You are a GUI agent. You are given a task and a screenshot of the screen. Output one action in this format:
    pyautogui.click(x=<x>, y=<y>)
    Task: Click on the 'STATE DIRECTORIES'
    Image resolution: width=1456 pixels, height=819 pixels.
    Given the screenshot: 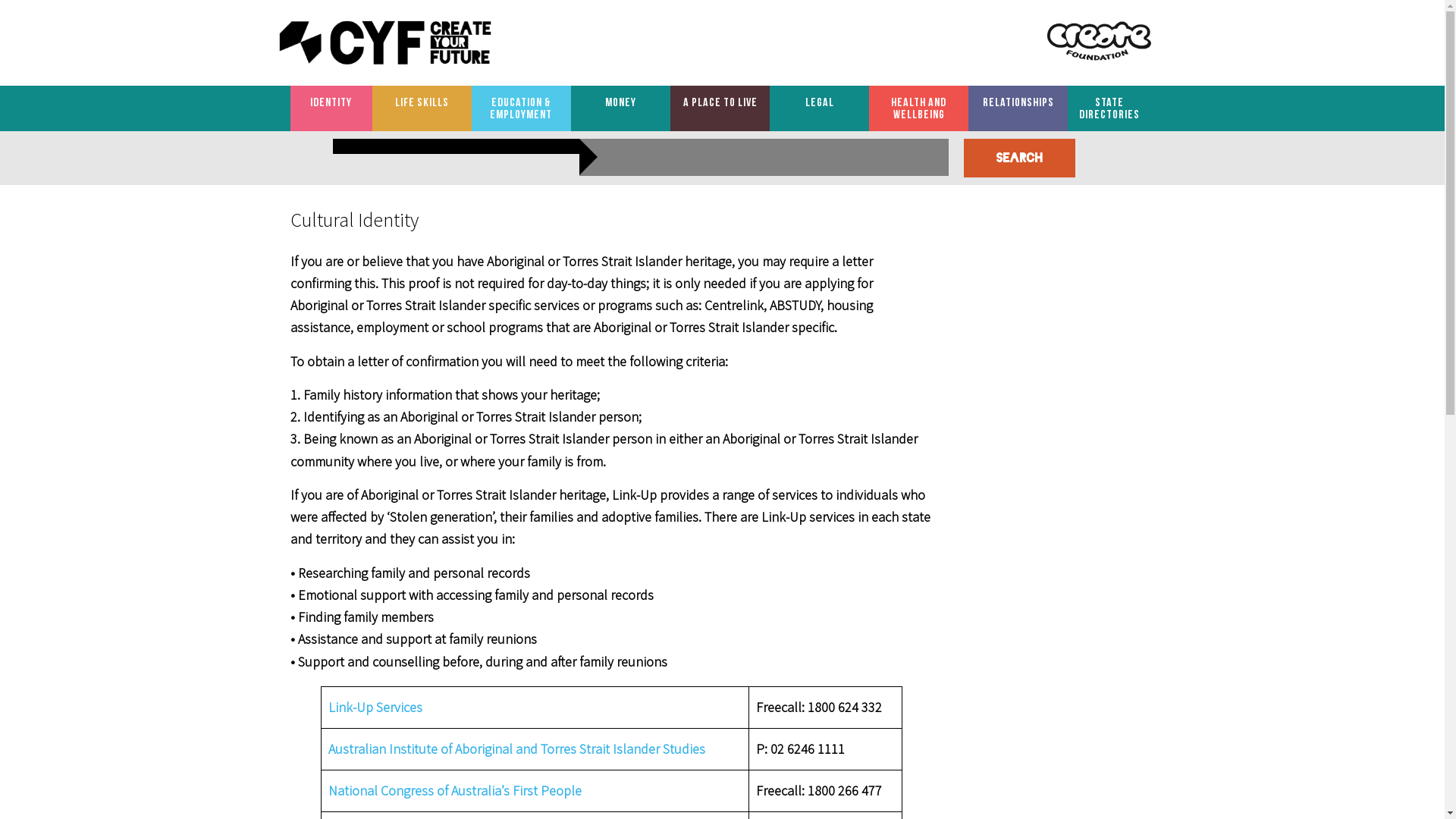 What is the action you would take?
    pyautogui.click(x=1109, y=108)
    